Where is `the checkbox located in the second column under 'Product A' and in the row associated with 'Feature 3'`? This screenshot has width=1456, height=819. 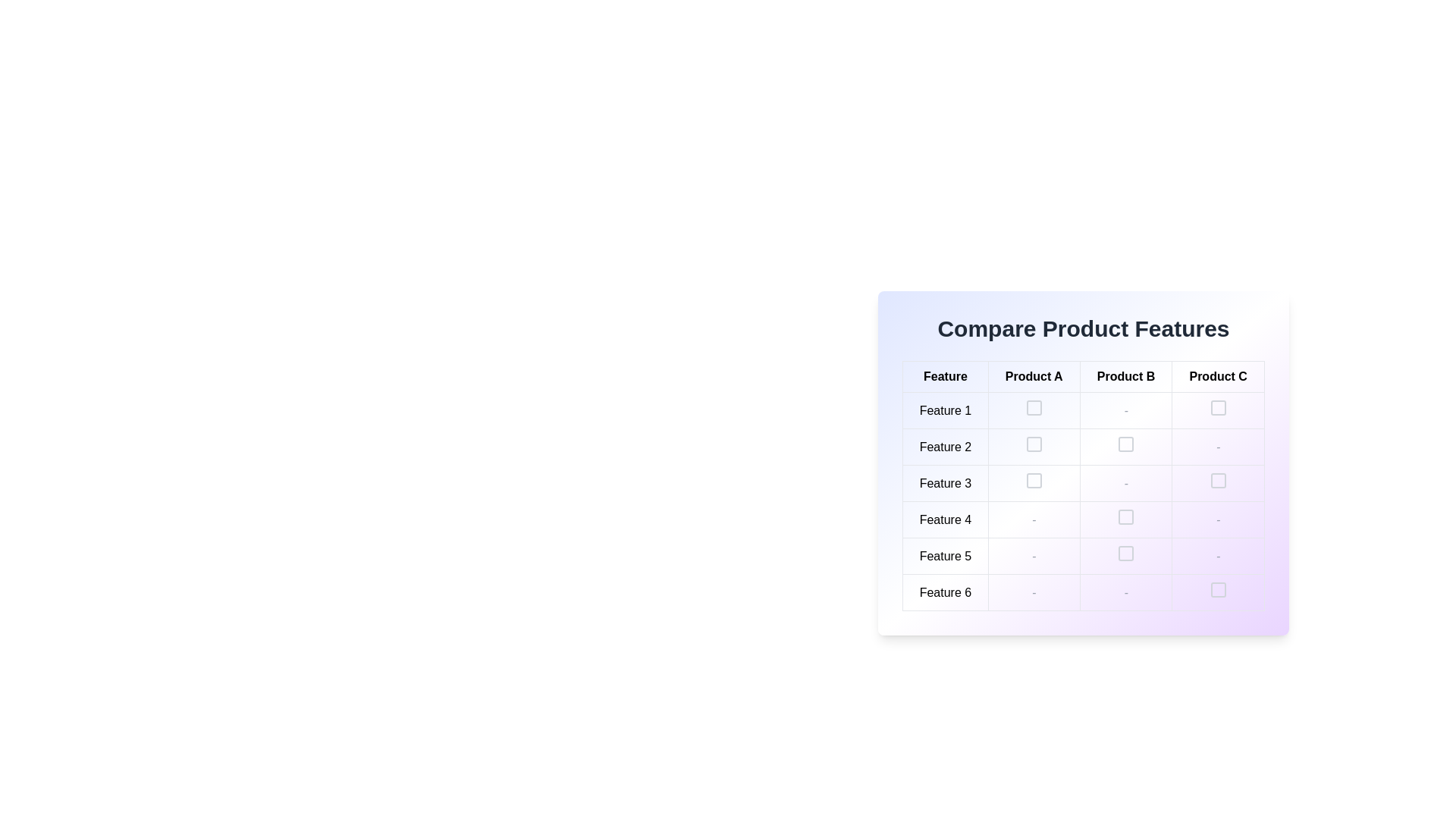 the checkbox located in the second column under 'Product A' and in the row associated with 'Feature 3' is located at coordinates (1033, 480).